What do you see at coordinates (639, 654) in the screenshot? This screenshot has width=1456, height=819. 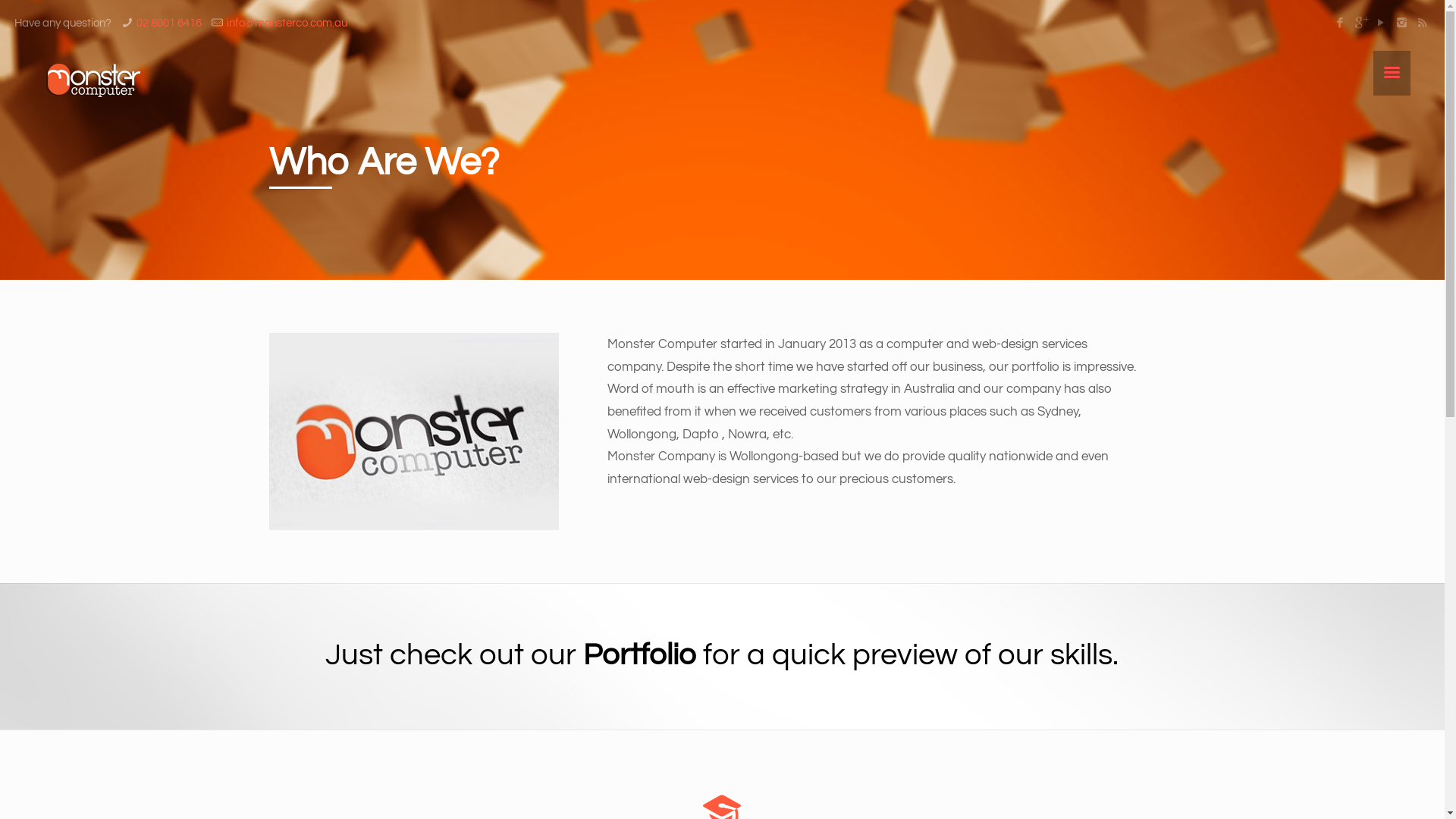 I see `'Portfolio'` at bounding box center [639, 654].